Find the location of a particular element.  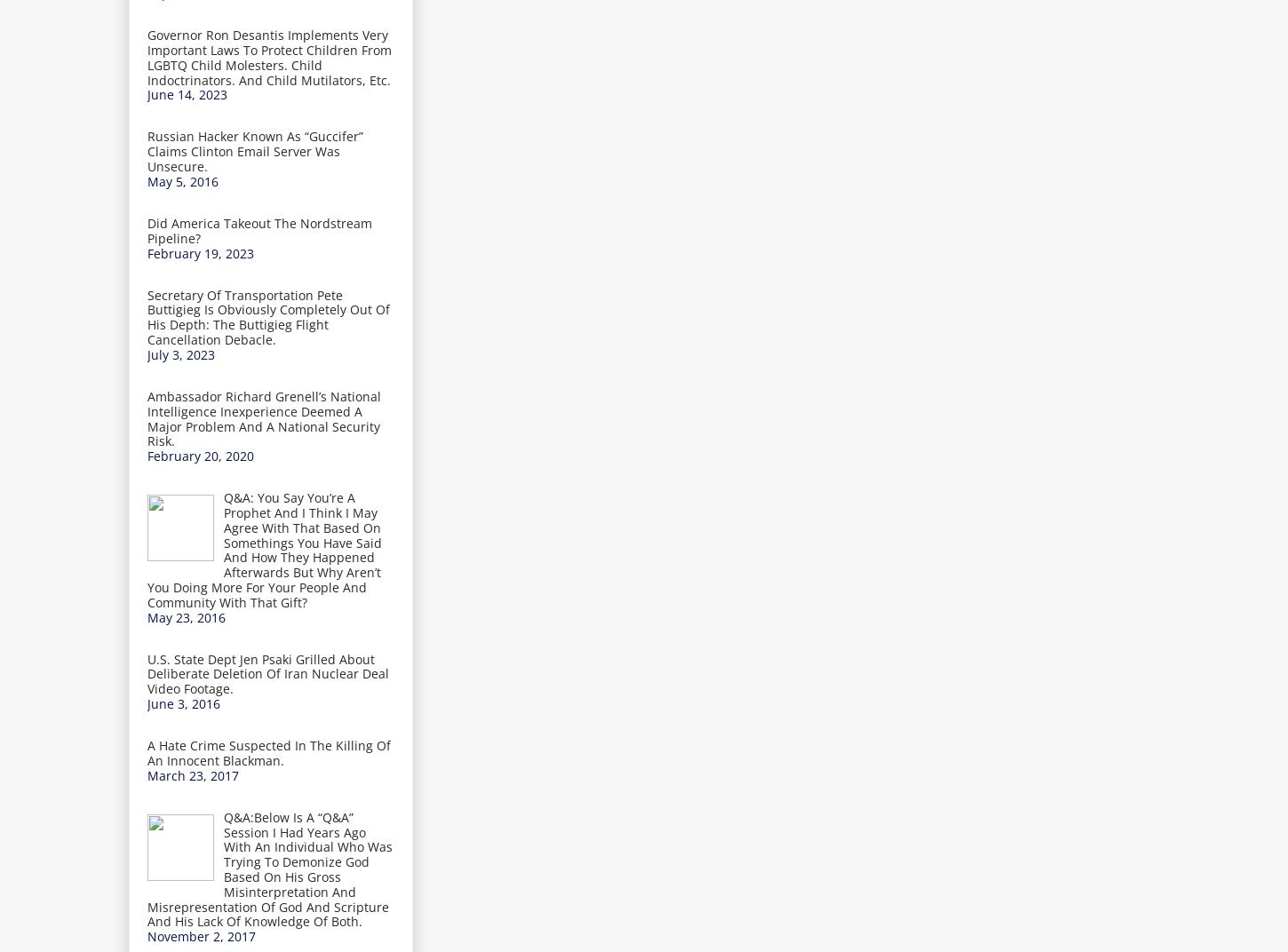

'Secretary Of Transportation Pete Buttigieg Is Obviously Completely Out Of His Depth: The Buttigieg Flight Cancellation Debacle.' is located at coordinates (268, 316).